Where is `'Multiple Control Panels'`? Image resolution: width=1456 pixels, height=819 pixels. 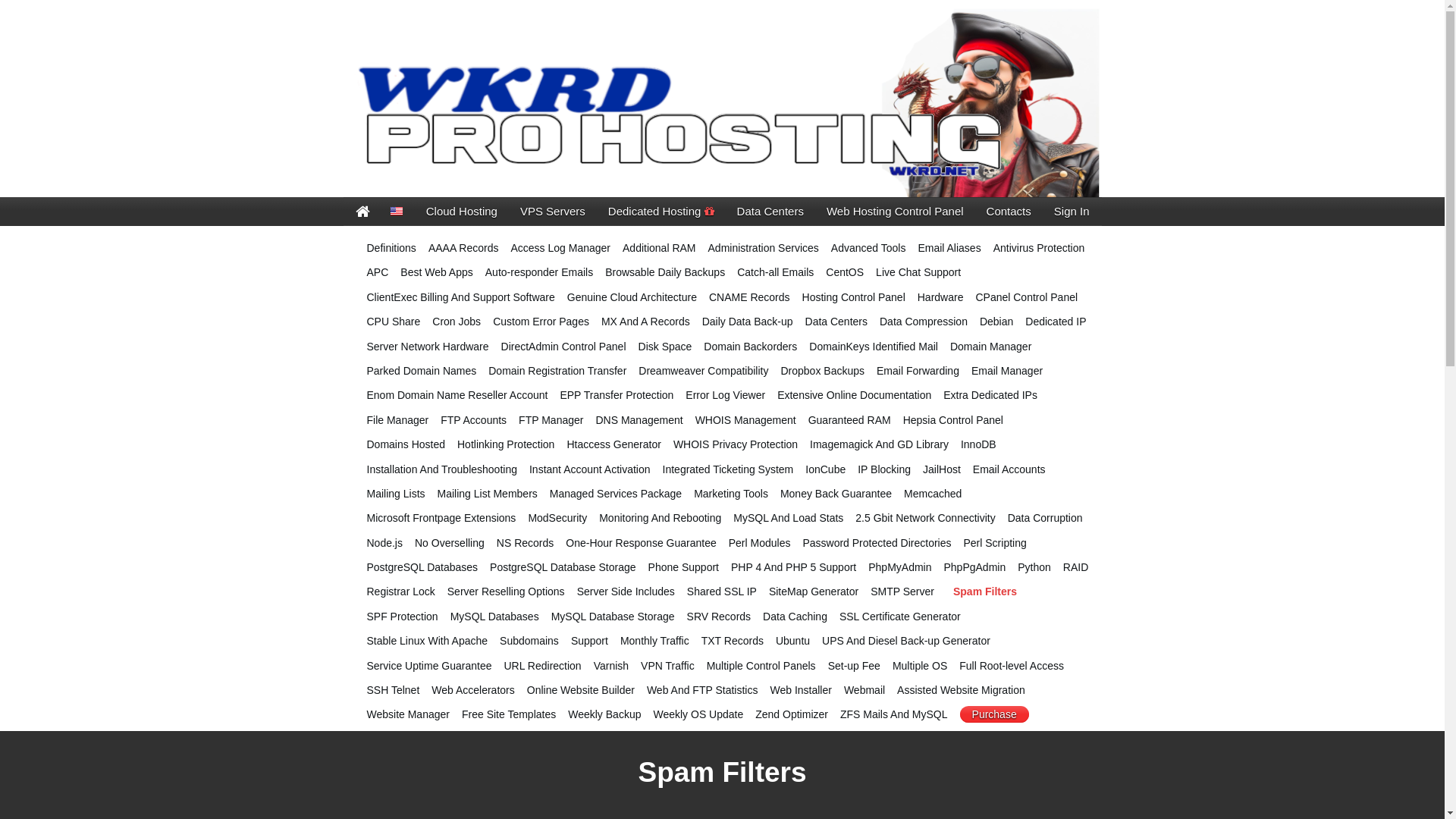 'Multiple Control Panels' is located at coordinates (761, 665).